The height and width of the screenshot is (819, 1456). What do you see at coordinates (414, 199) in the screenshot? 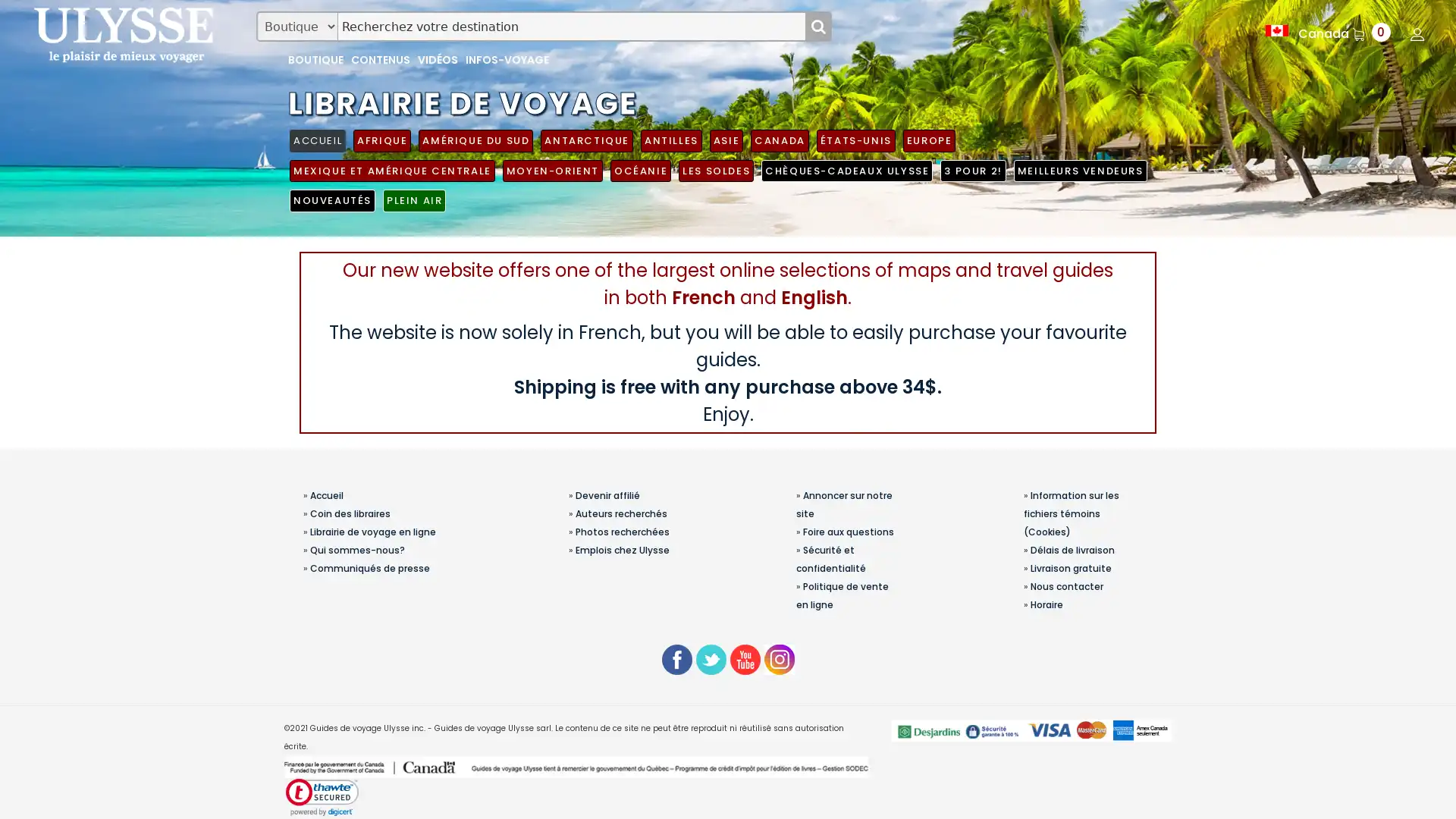
I see `PLEIN AIR` at bounding box center [414, 199].